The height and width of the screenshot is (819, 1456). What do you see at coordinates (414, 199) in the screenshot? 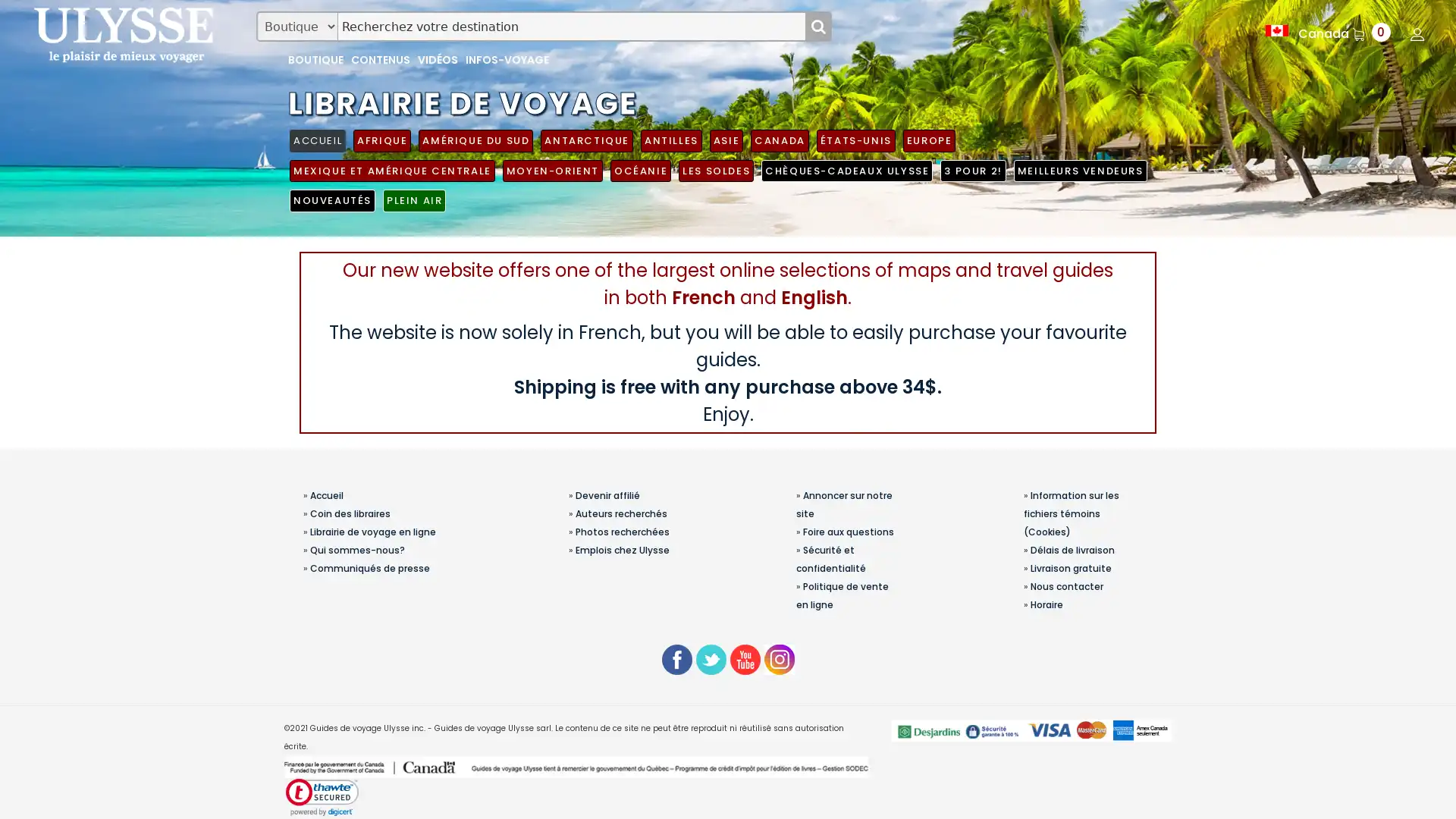
I see `PLEIN AIR` at bounding box center [414, 199].